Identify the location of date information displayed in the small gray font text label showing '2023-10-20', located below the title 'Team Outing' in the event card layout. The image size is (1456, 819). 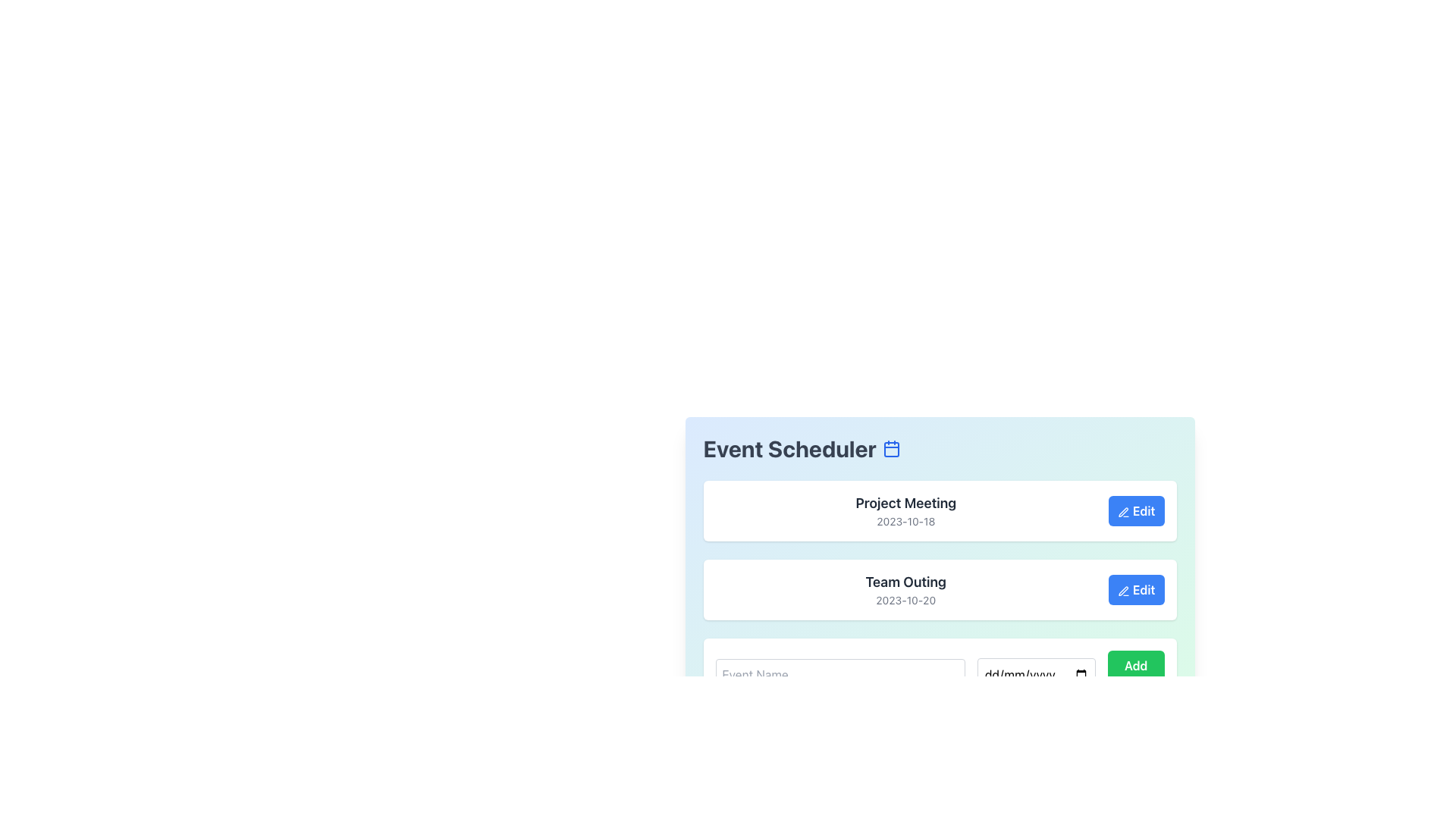
(905, 599).